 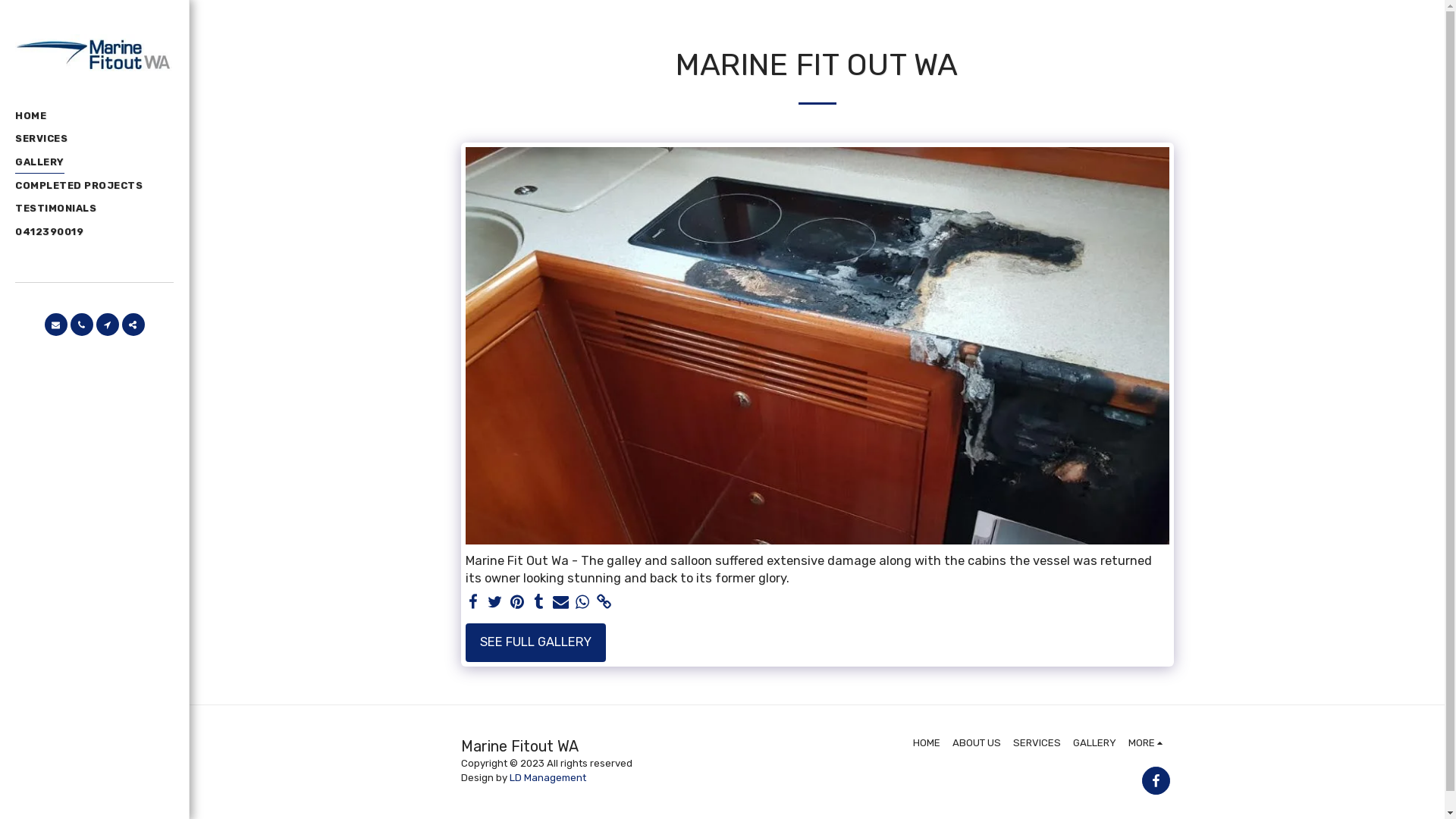 What do you see at coordinates (78, 185) in the screenshot?
I see `'COMPLETED PROJECTS'` at bounding box center [78, 185].